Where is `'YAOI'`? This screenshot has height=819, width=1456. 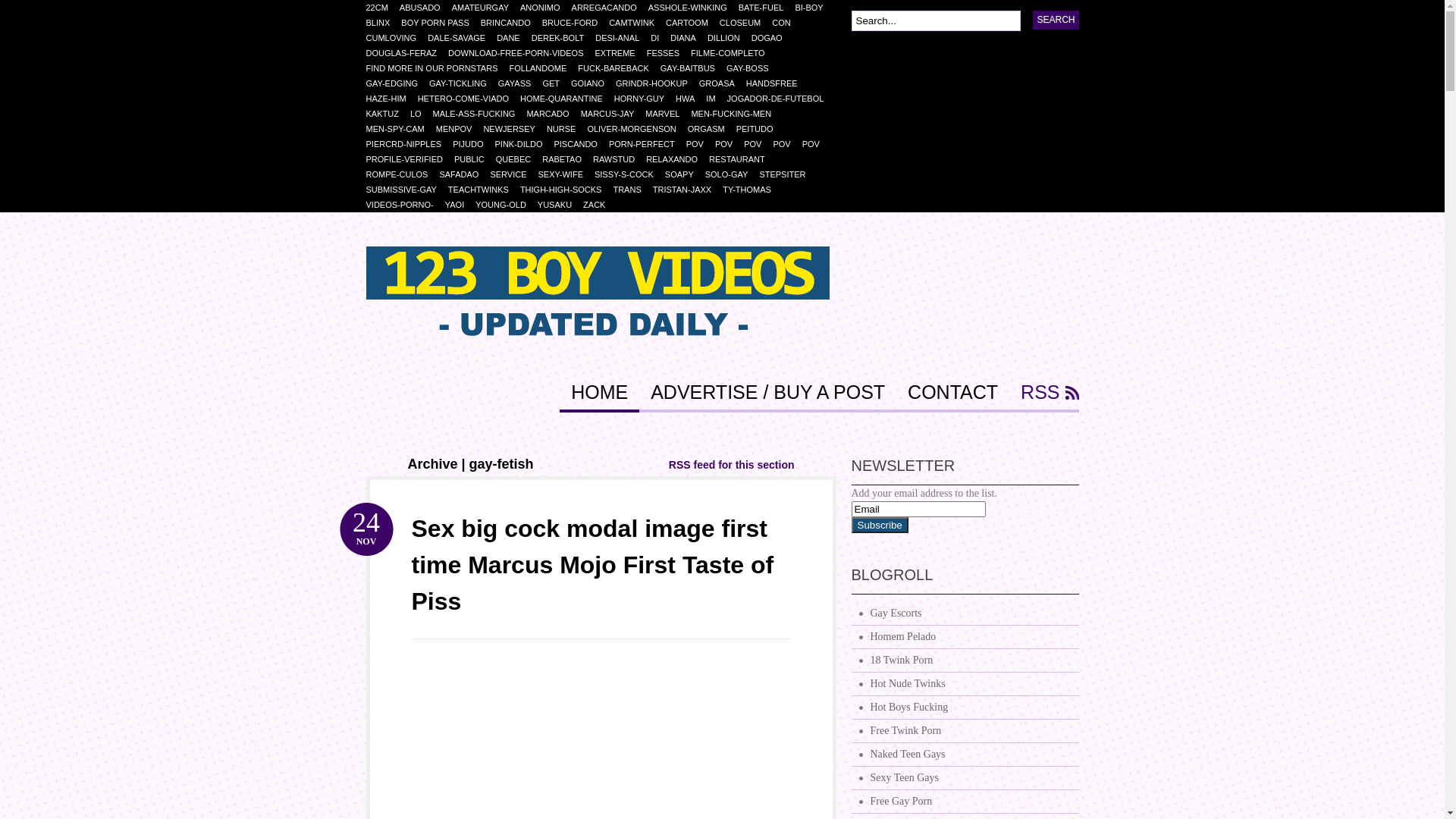
'YAOI' is located at coordinates (459, 205).